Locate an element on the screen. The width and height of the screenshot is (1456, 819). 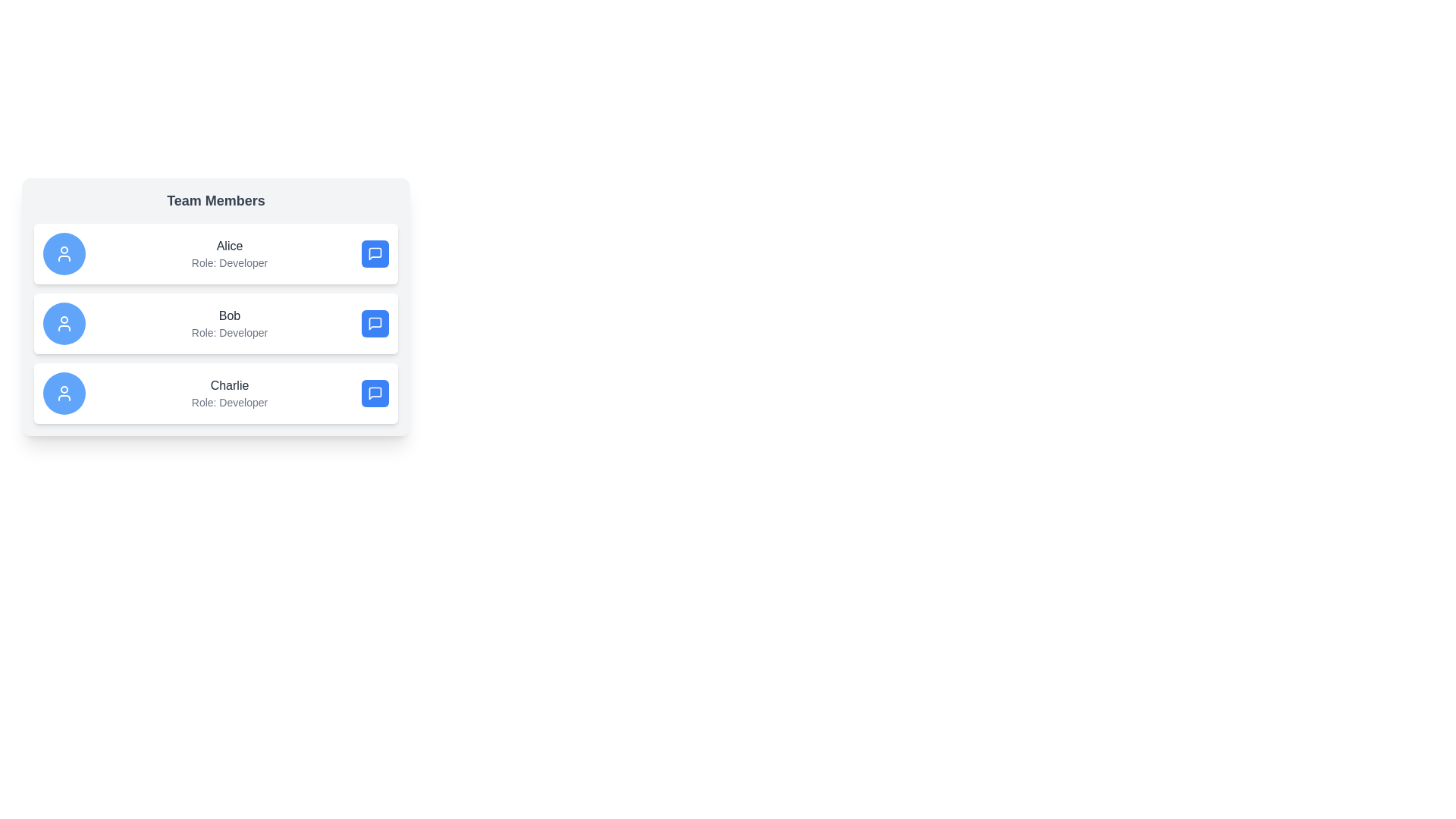
the button located at the top-right of 'Alice's entry in the 'Team Members' list to observe any visual hover effects is located at coordinates (375, 253).